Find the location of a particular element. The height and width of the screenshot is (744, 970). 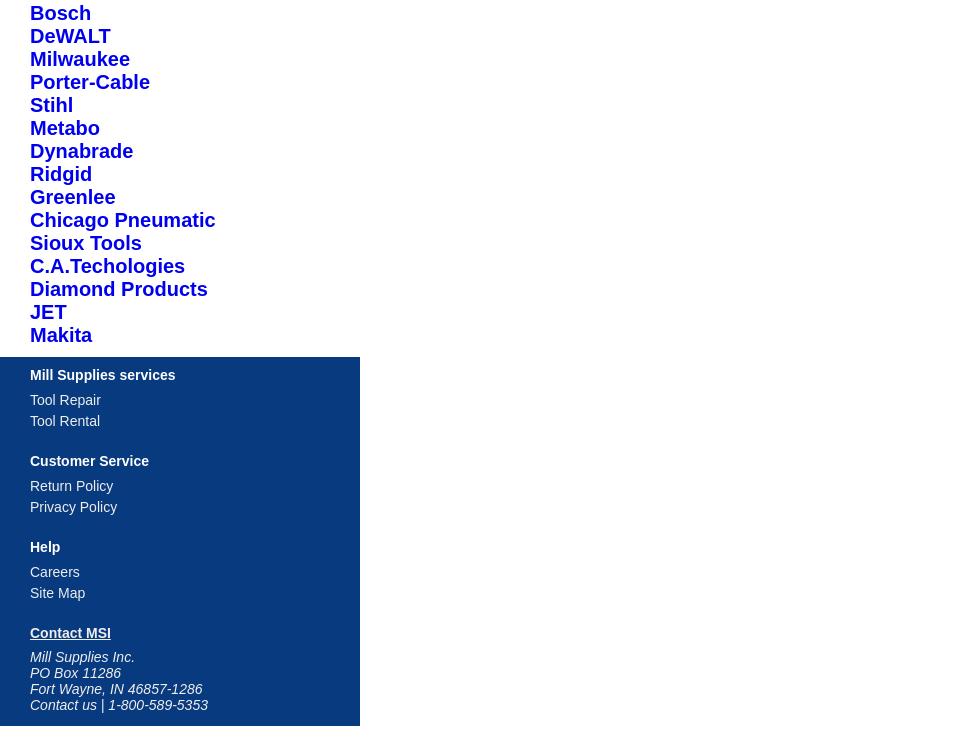

'Privacy Policy' is located at coordinates (72, 507).